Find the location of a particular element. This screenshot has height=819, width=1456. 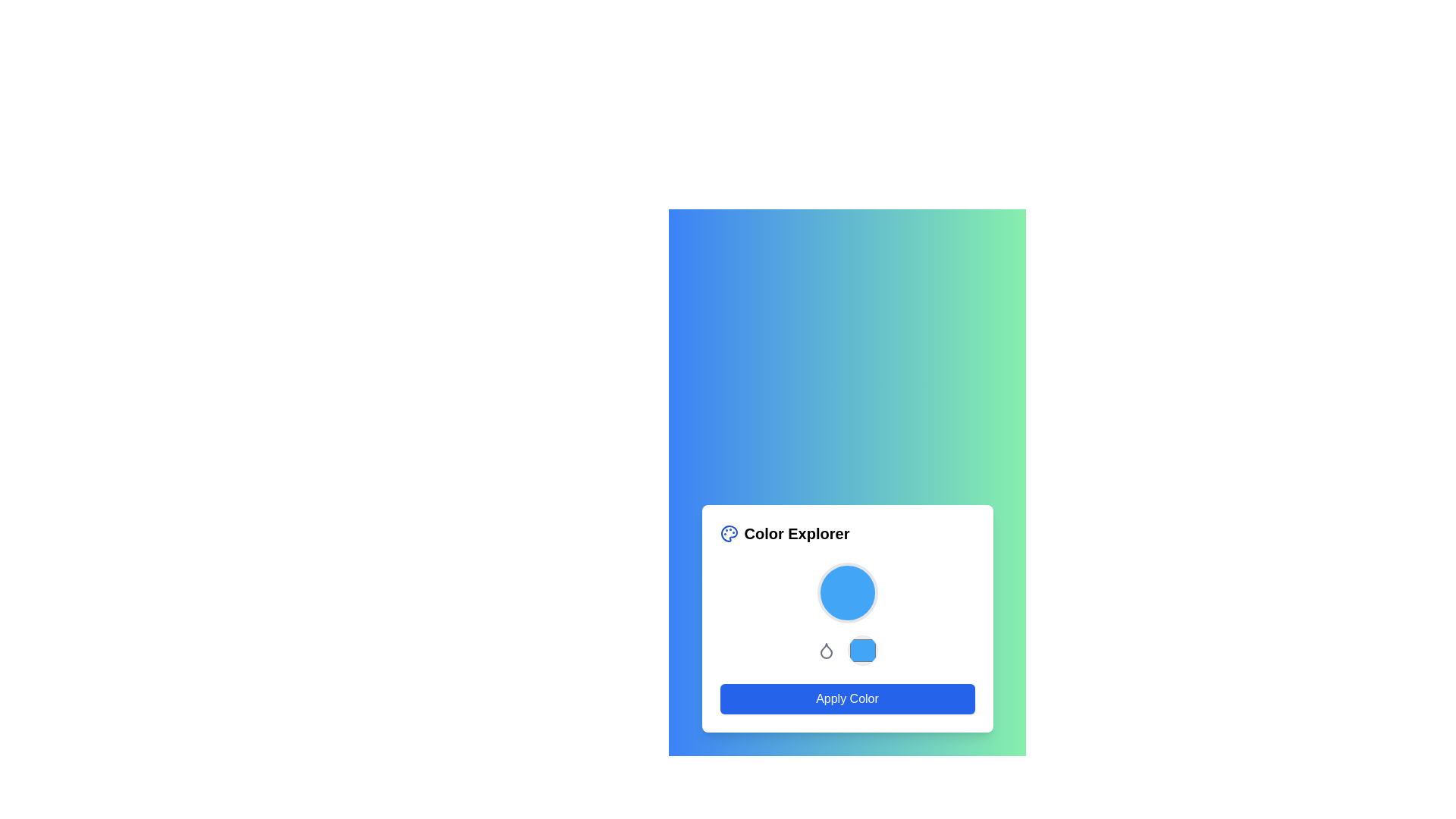

the gray droplet-like icon located in the center-bottom area of the 'Color Explorer' UI card, positioned below a circular blue element and to the left of a smaller blue hexagonal button is located at coordinates (825, 650).